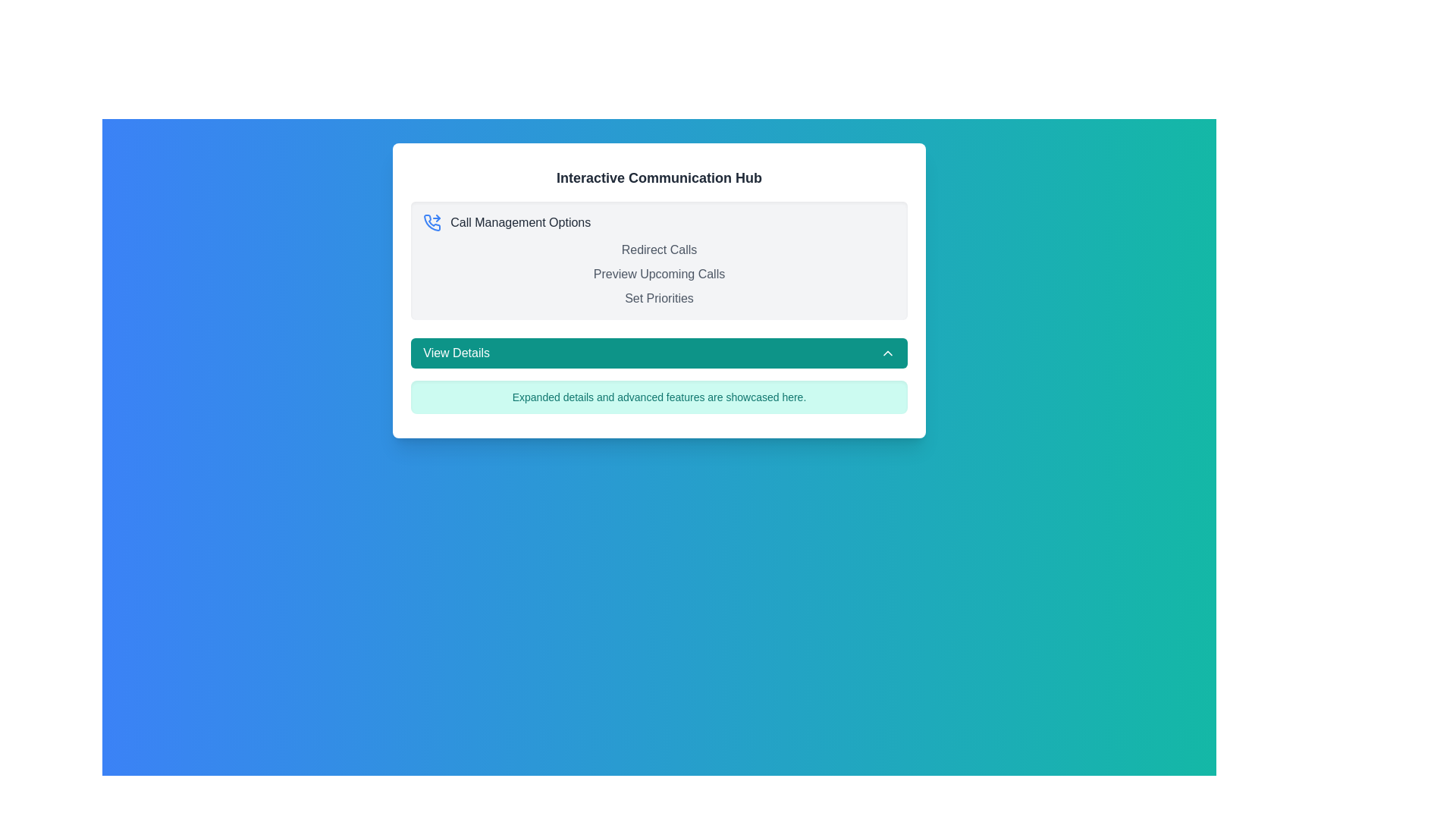 The image size is (1456, 819). I want to click on the 'Set Priorities' text label, which is displayed in gray color and positioned below the 'Redirect Calls' and 'Preview Upcoming Calls' elements in the Call Management Options section, so click(659, 299).